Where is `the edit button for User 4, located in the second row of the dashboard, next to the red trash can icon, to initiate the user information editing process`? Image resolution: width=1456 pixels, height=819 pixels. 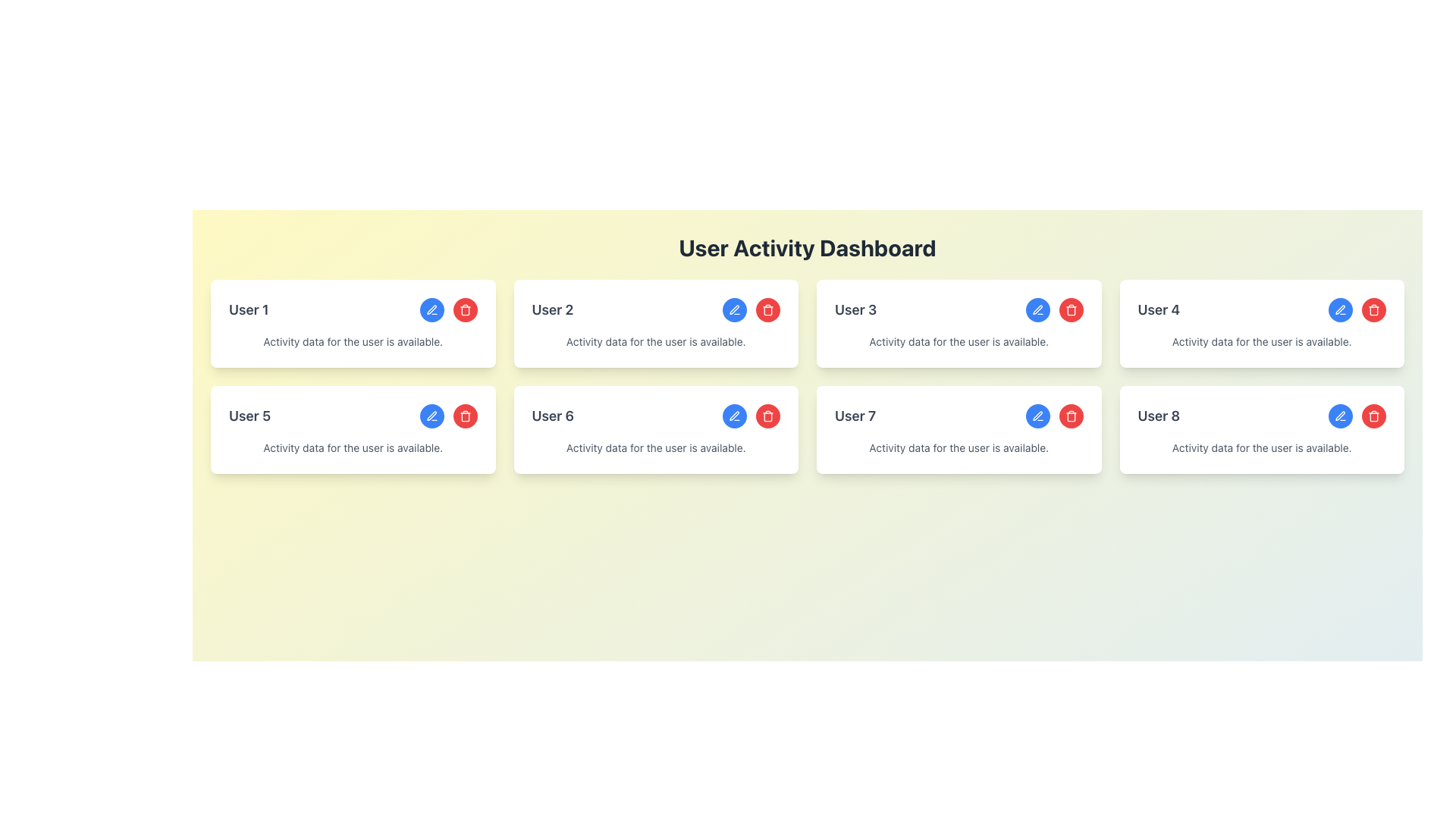 the edit button for User 4, located in the second row of the dashboard, next to the red trash can icon, to initiate the user information editing process is located at coordinates (1340, 309).